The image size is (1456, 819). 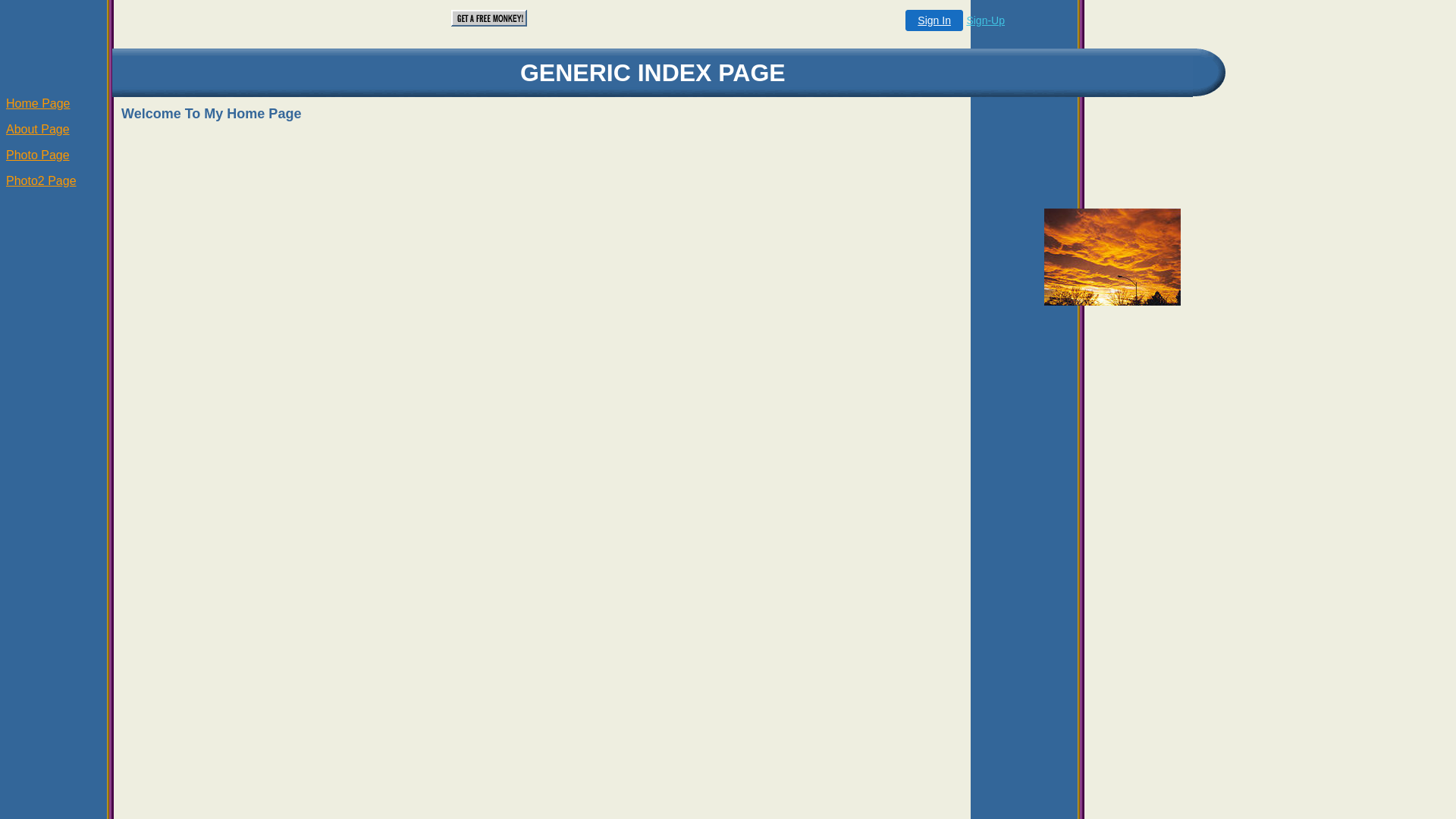 I want to click on 'Sign-Up', so click(x=985, y=20).